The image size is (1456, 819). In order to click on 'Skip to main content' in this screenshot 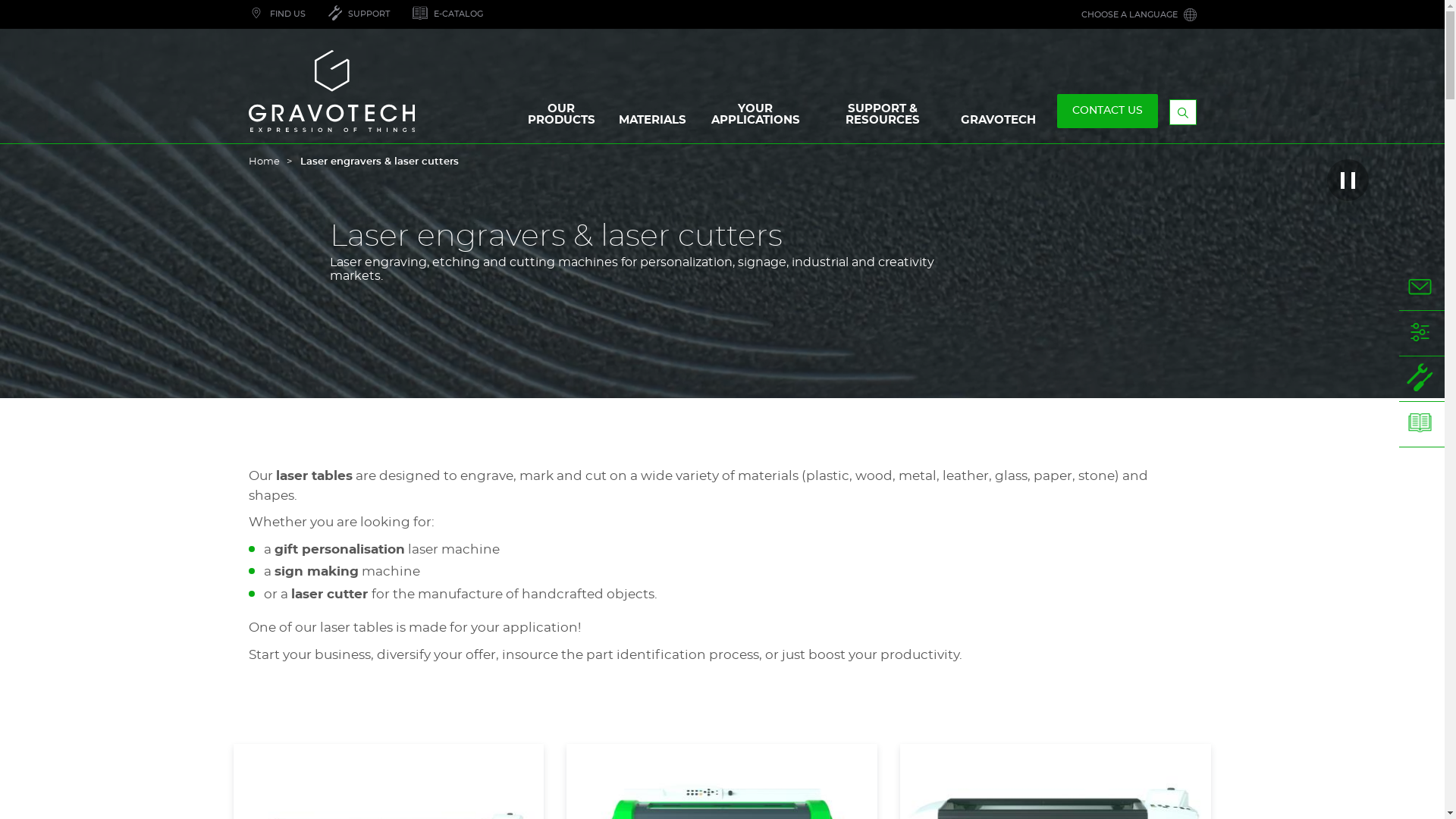, I will do `click(0, 0)`.